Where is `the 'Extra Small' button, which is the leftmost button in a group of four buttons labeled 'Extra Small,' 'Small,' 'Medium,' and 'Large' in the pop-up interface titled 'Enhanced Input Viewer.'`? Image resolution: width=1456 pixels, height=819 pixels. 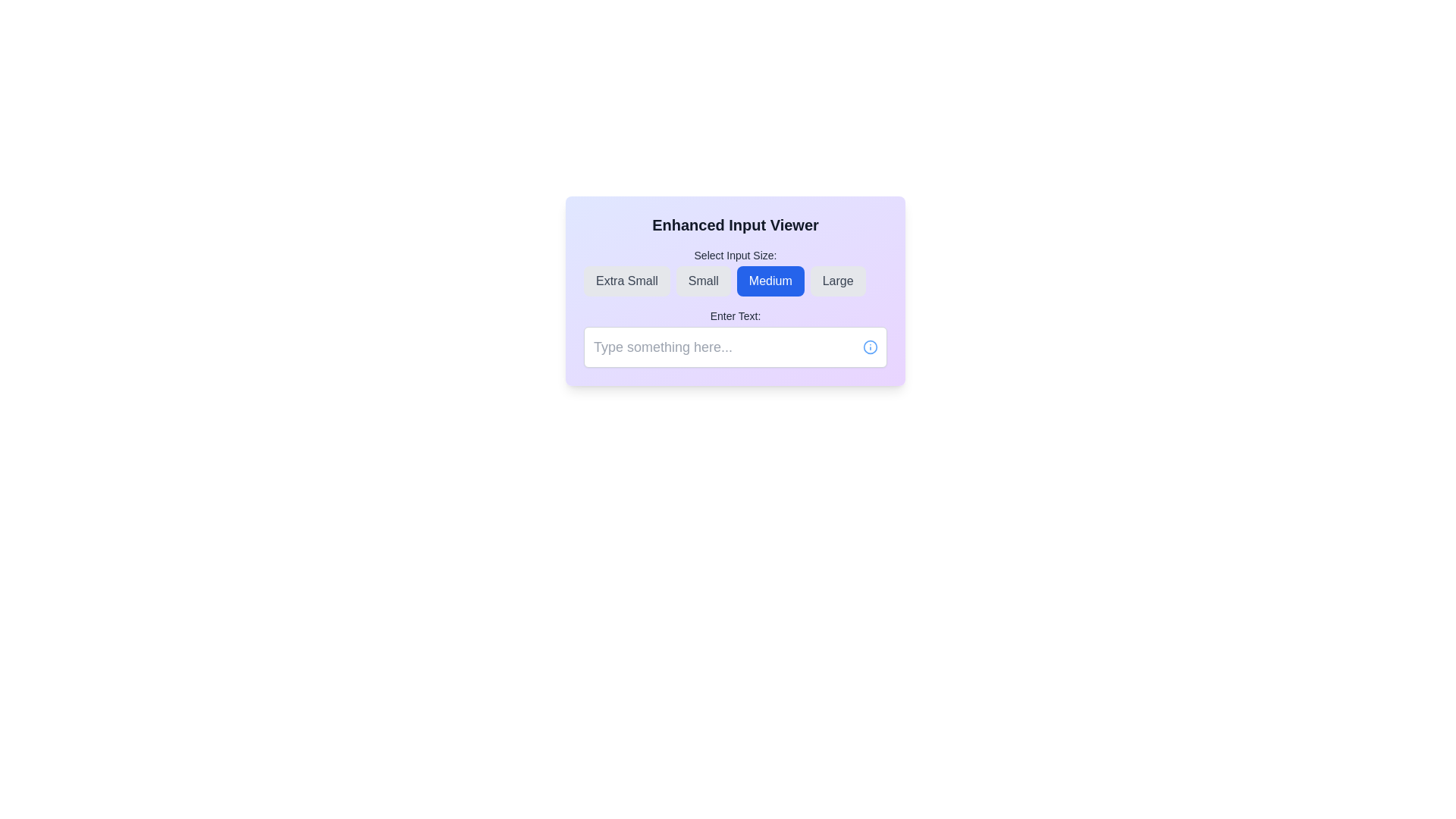
the 'Extra Small' button, which is the leftmost button in a group of four buttons labeled 'Extra Small,' 'Small,' 'Medium,' and 'Large' in the pop-up interface titled 'Enhanced Input Viewer.' is located at coordinates (626, 281).